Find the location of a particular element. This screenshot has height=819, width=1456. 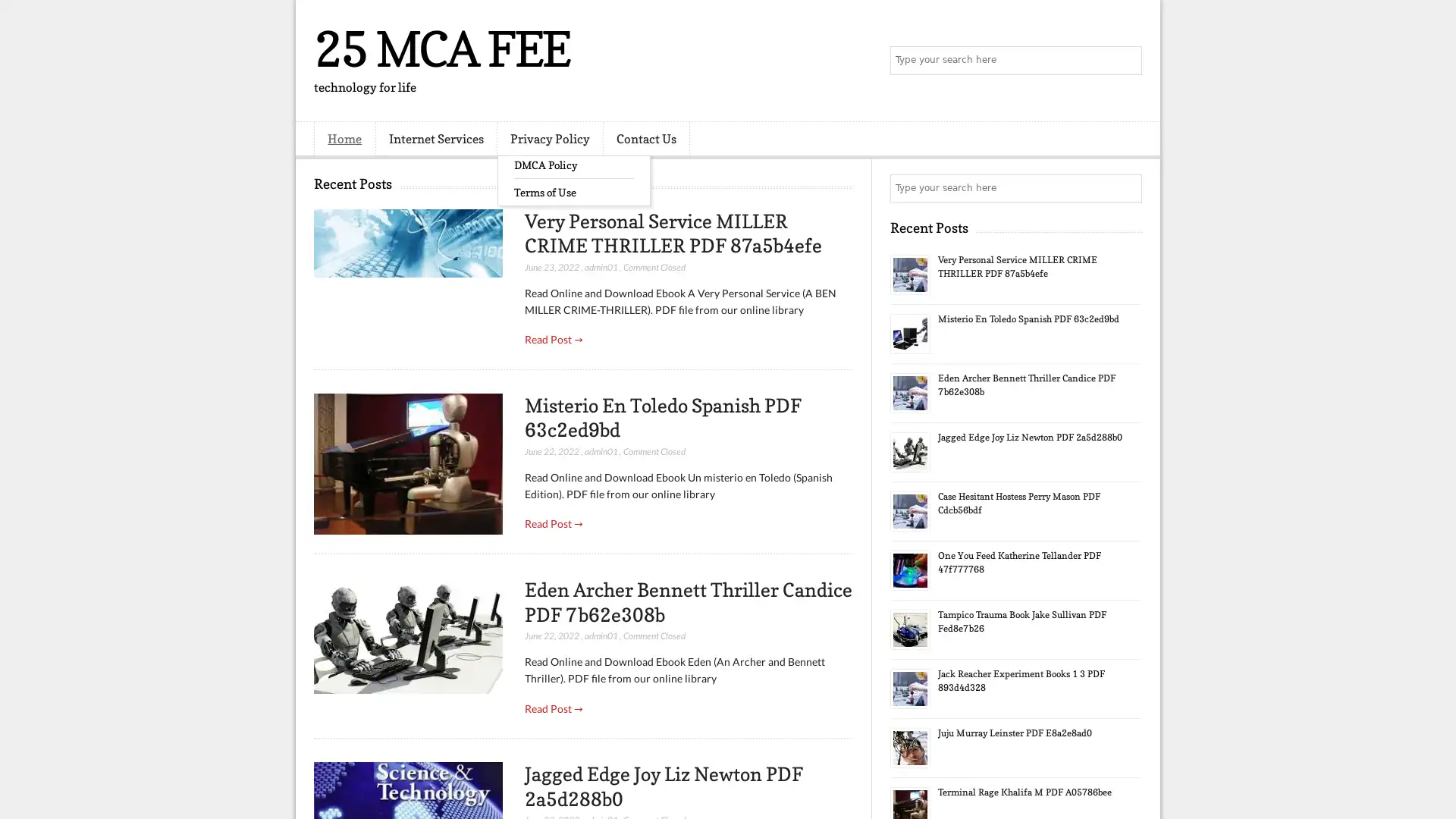

Search is located at coordinates (1126, 188).